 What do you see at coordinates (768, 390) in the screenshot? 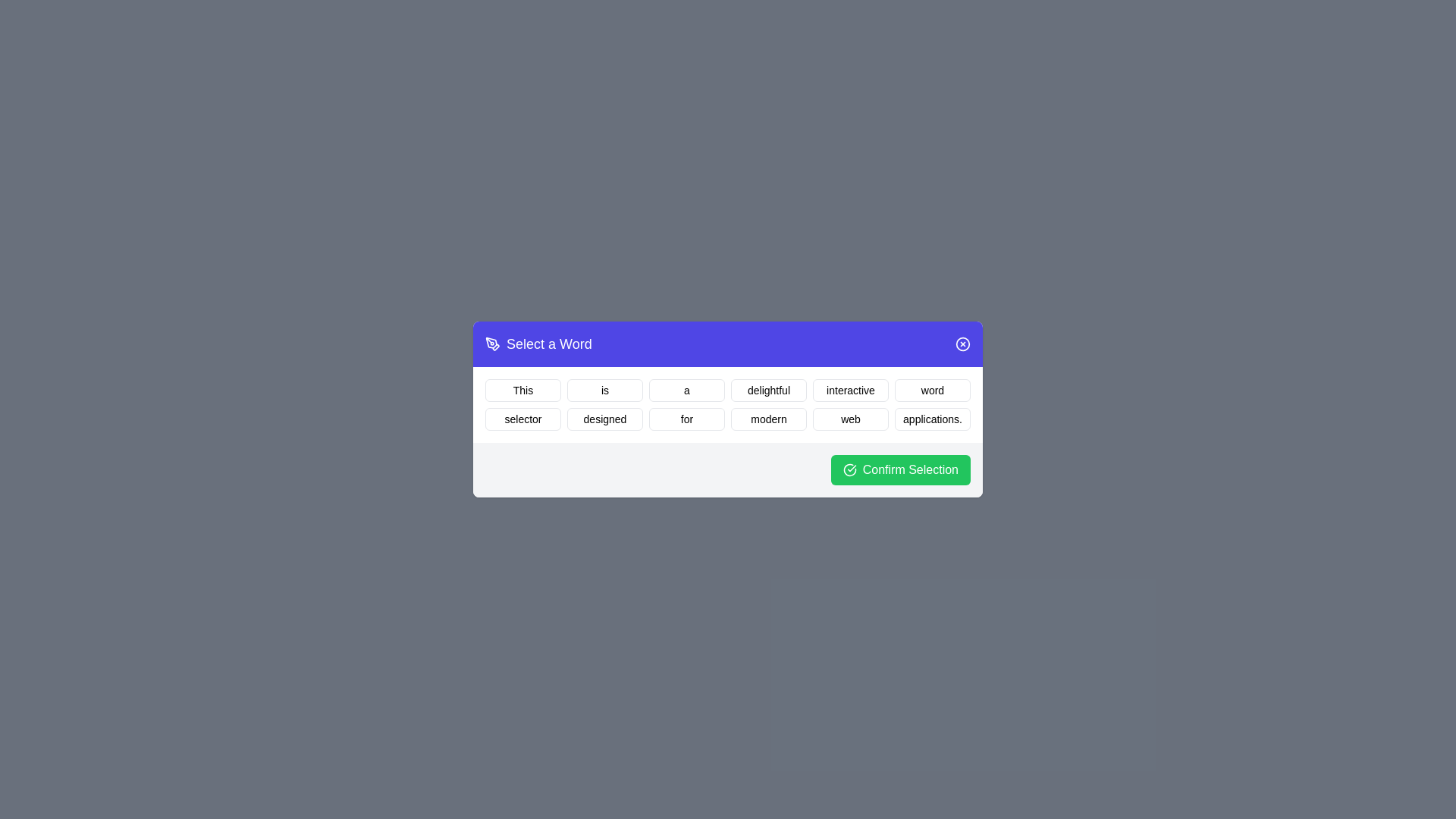
I see `the word delightful by clicking on it` at bounding box center [768, 390].